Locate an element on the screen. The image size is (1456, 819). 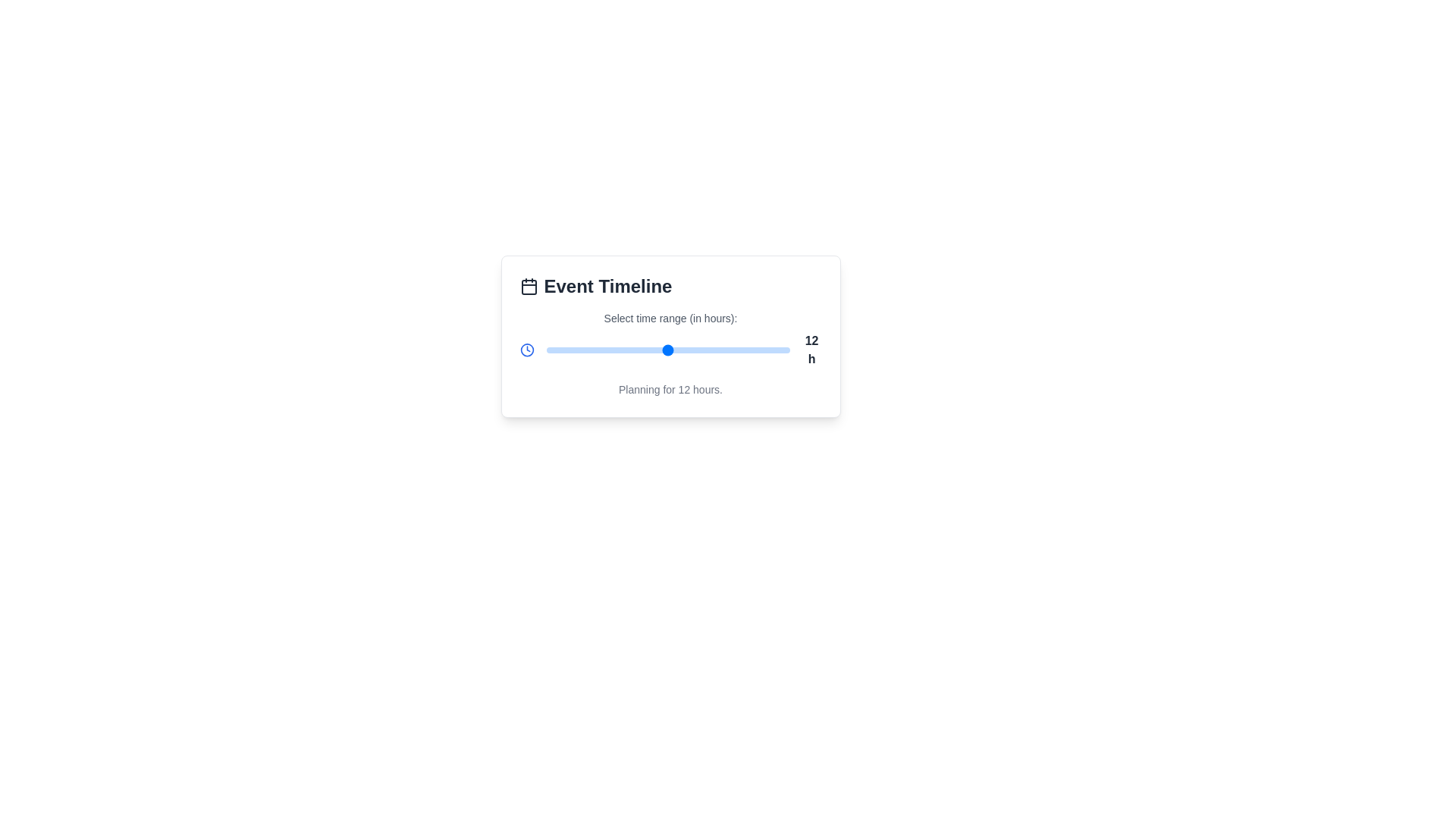
the number of hours is located at coordinates (556, 350).